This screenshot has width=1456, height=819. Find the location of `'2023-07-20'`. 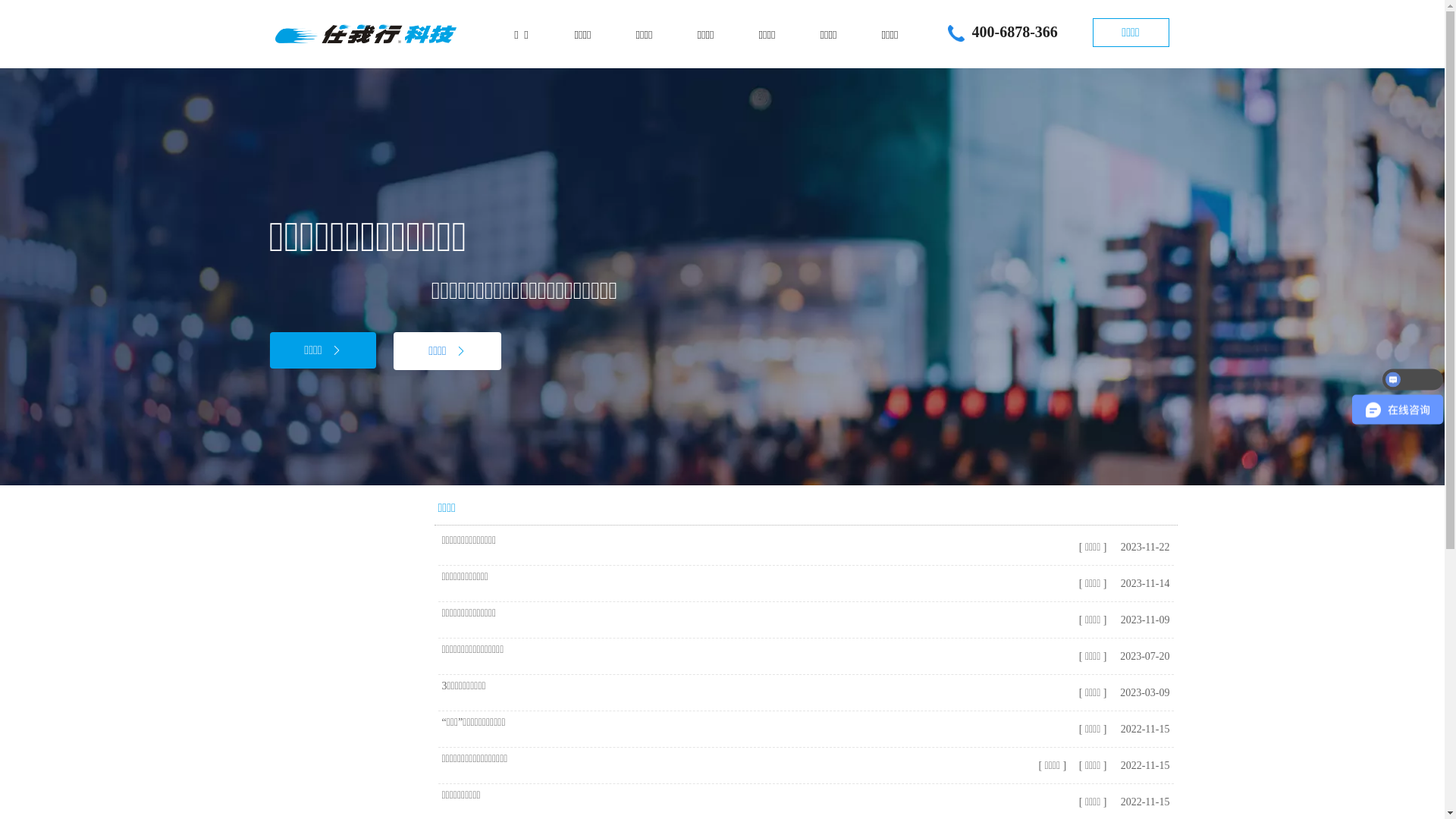

'2023-07-20' is located at coordinates (1143, 655).